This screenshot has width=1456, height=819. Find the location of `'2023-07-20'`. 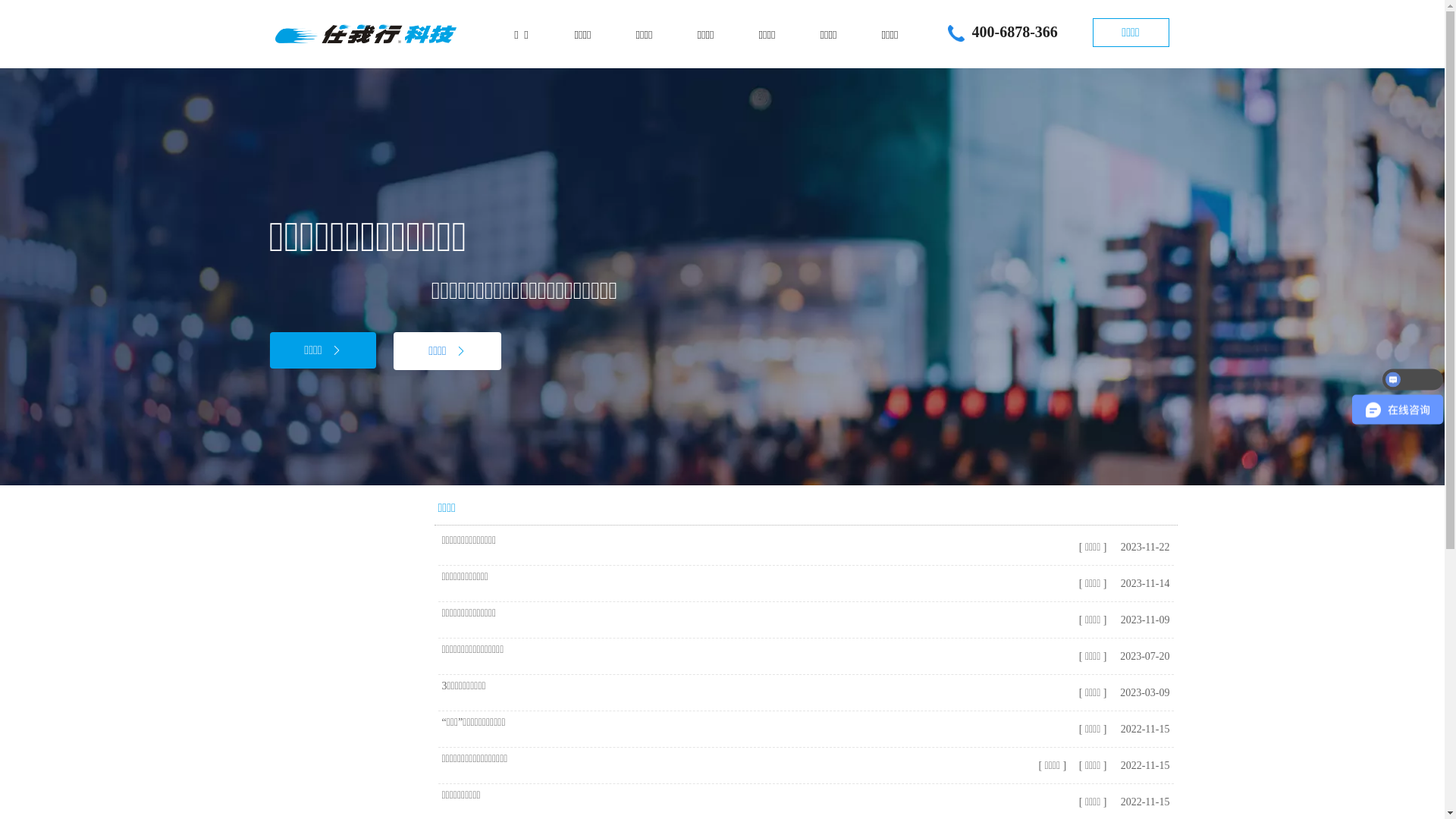

'2023-07-20' is located at coordinates (1143, 655).